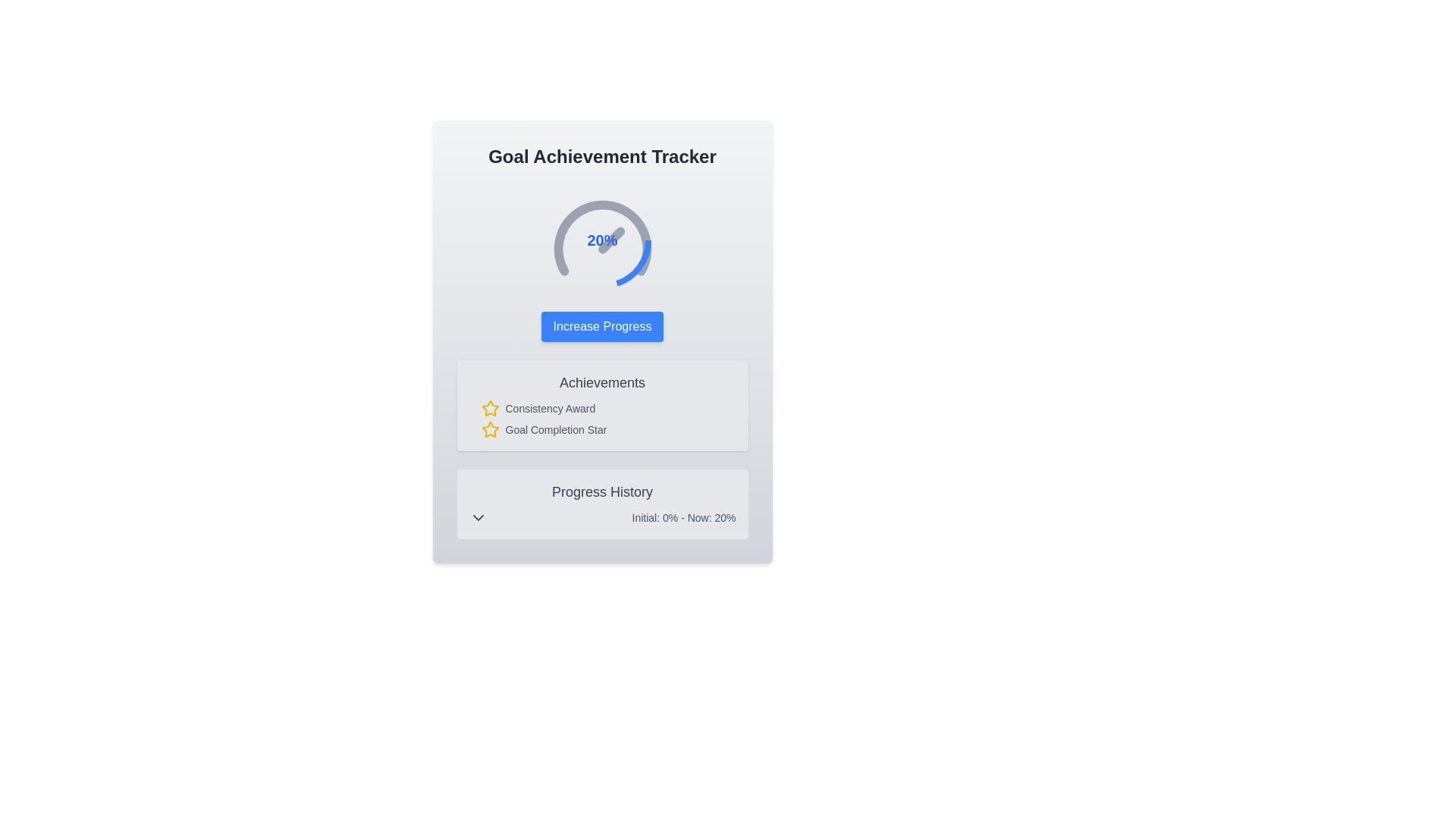 This screenshot has height=819, width=1456. I want to click on the 'Goal Achievement Tracker' section, which includes the title, progress indicator, and buttons for interaction, so click(601, 342).